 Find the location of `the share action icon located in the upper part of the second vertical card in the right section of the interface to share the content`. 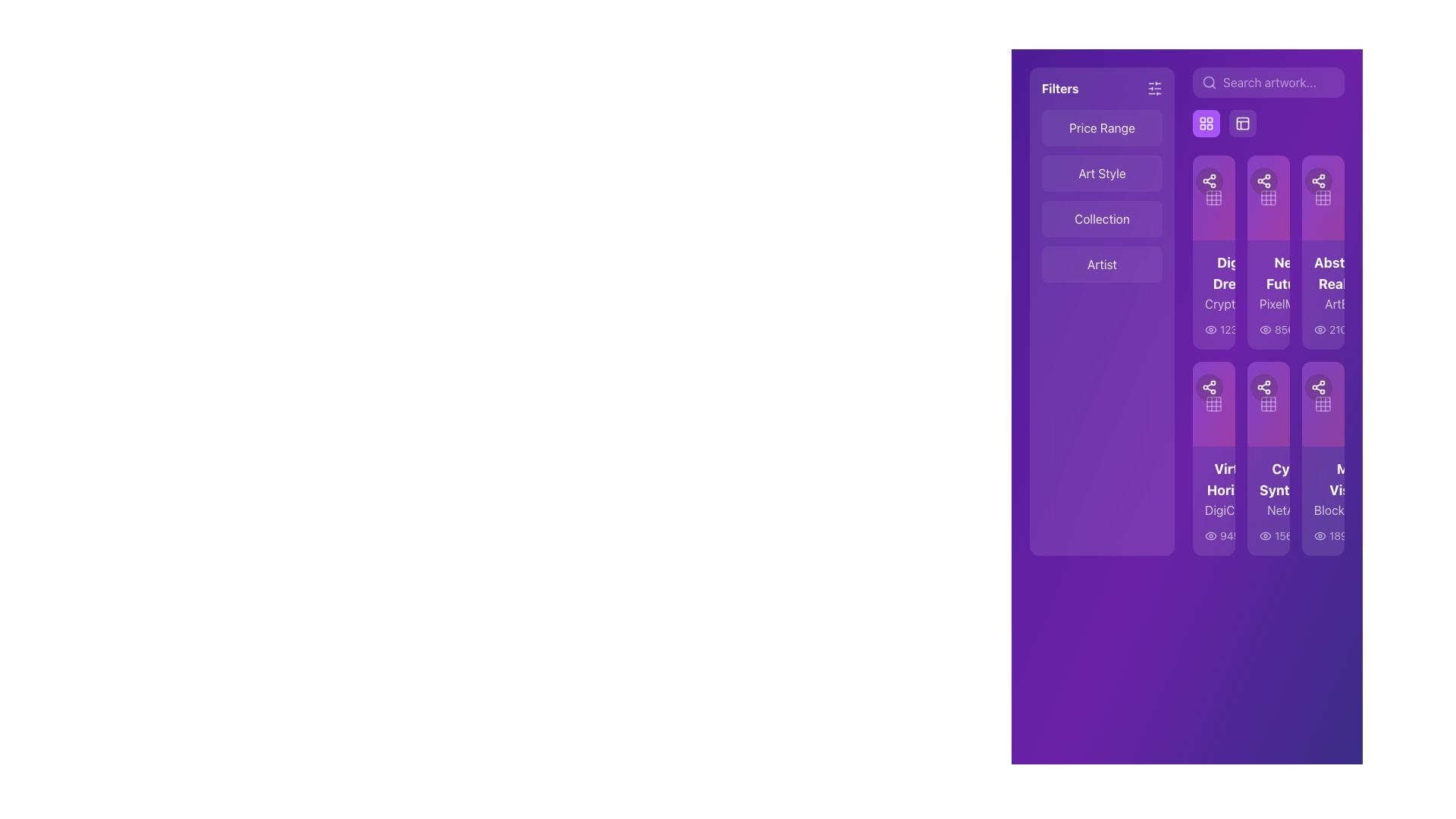

the share action icon located in the upper part of the second vertical card in the right section of the interface to share the content is located at coordinates (1263, 386).